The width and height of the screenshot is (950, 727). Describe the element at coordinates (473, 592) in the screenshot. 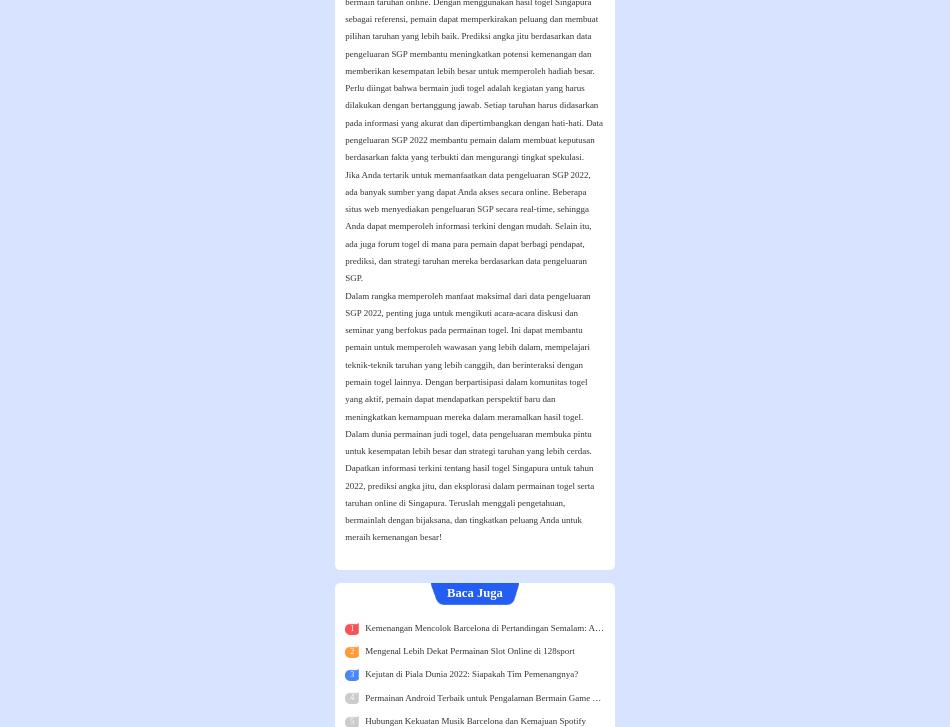

I see `'Baca Juga'` at that location.